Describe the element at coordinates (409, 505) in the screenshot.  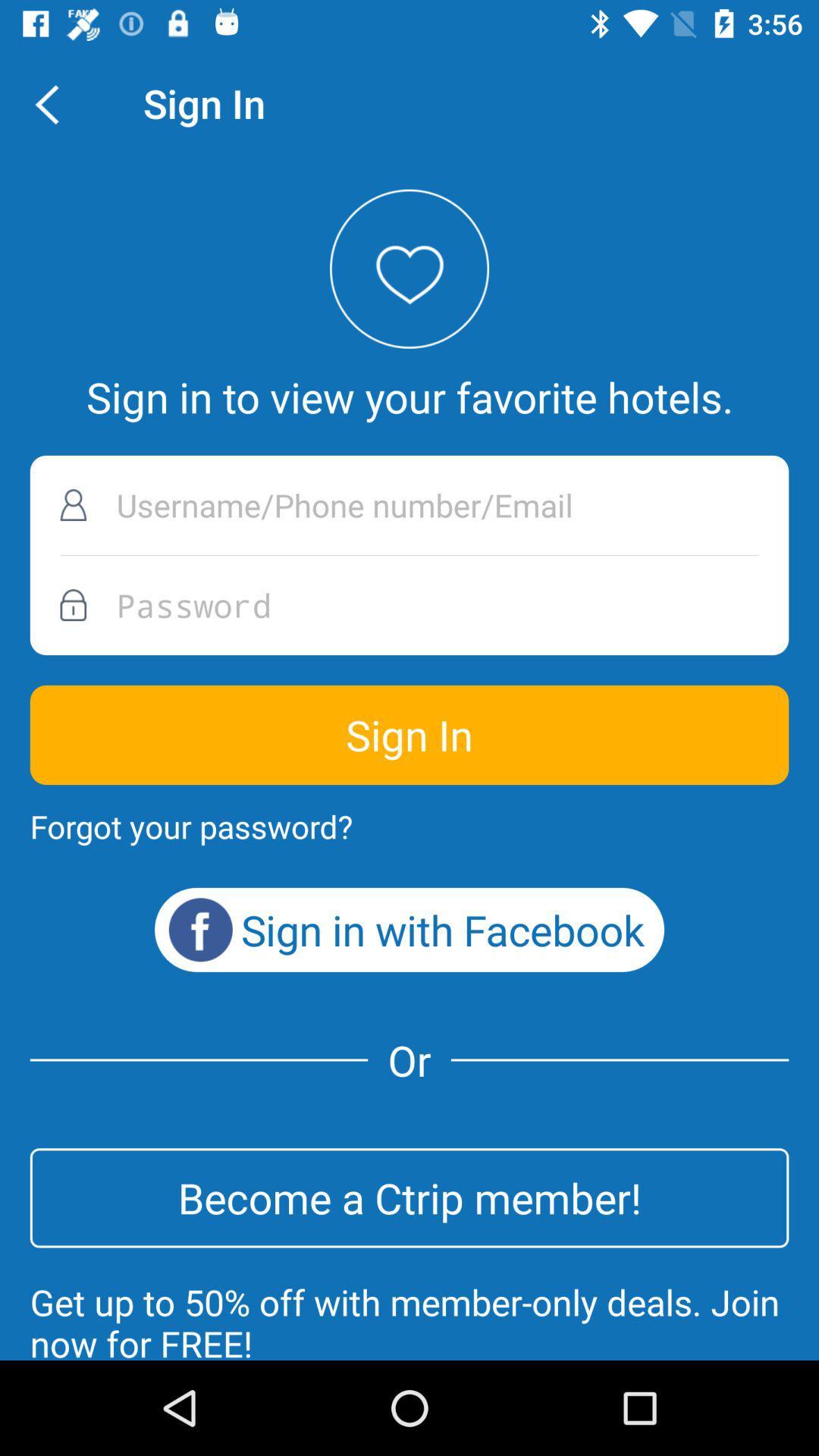
I see `the username` at that location.